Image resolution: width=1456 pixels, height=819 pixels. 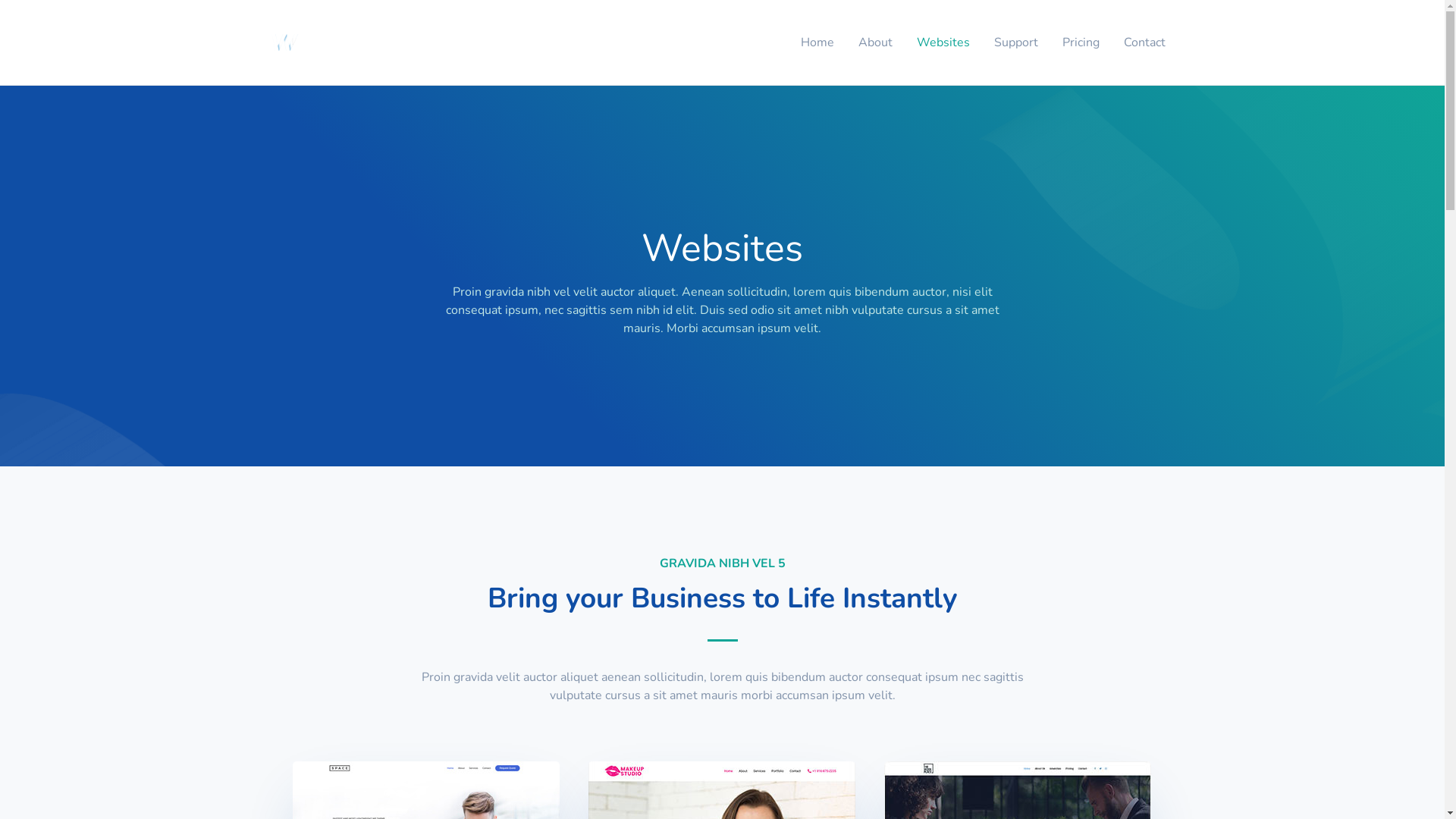 What do you see at coordinates (1144, 42) in the screenshot?
I see `'Contact'` at bounding box center [1144, 42].